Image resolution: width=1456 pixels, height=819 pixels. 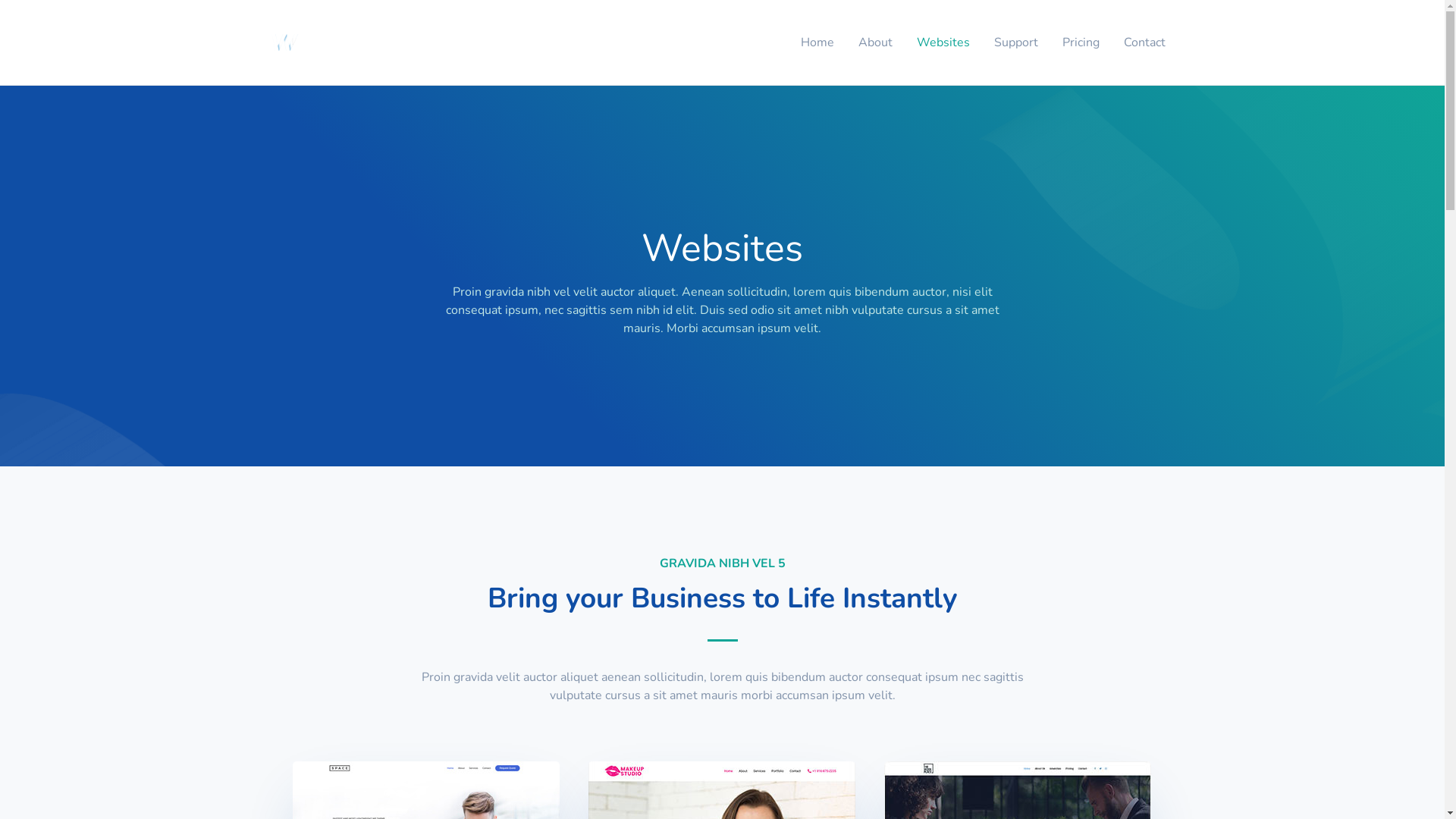 What do you see at coordinates (1144, 42) in the screenshot?
I see `'Contact'` at bounding box center [1144, 42].